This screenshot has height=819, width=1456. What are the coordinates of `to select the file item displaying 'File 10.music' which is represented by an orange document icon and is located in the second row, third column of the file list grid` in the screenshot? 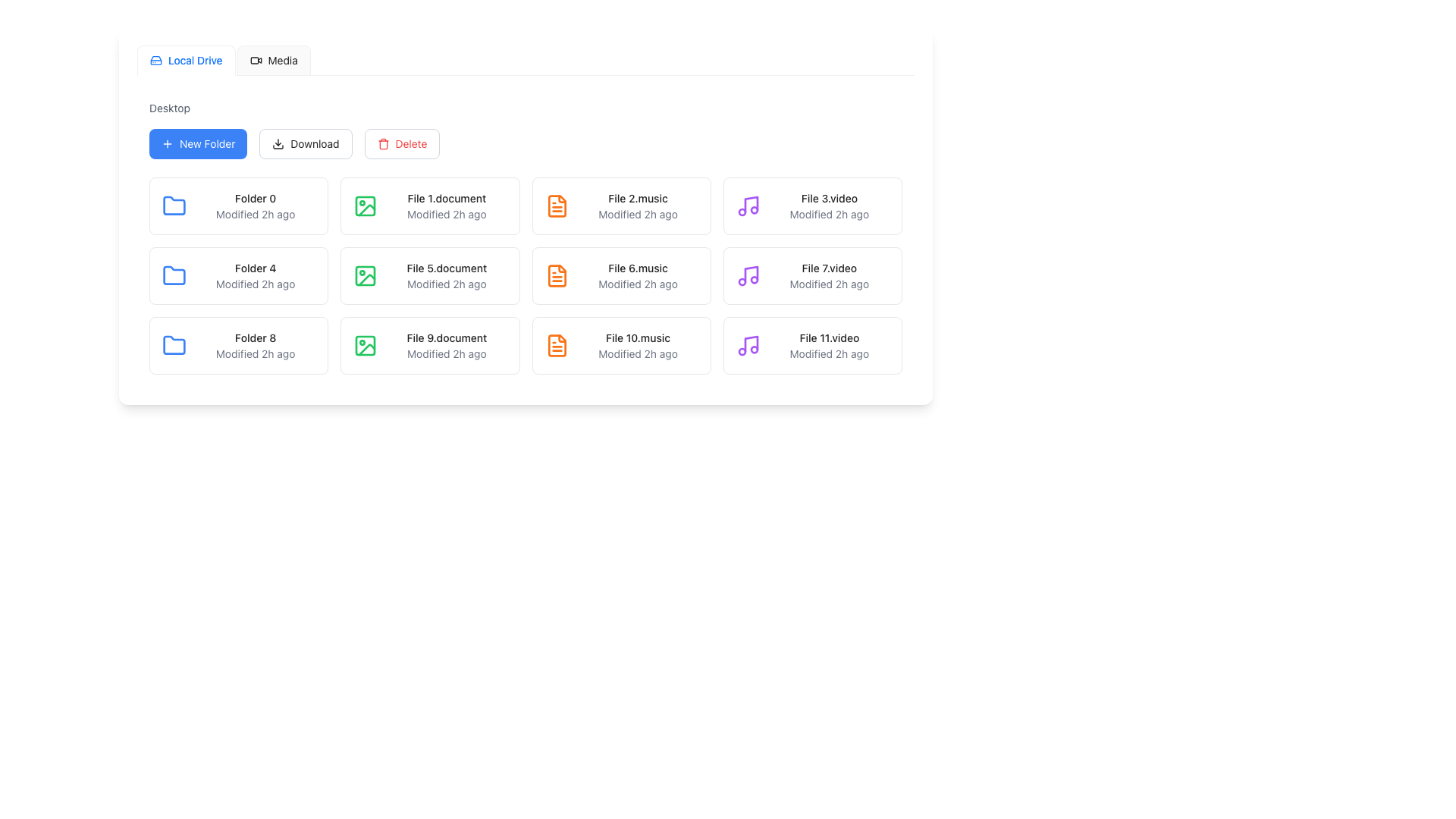 It's located at (621, 345).